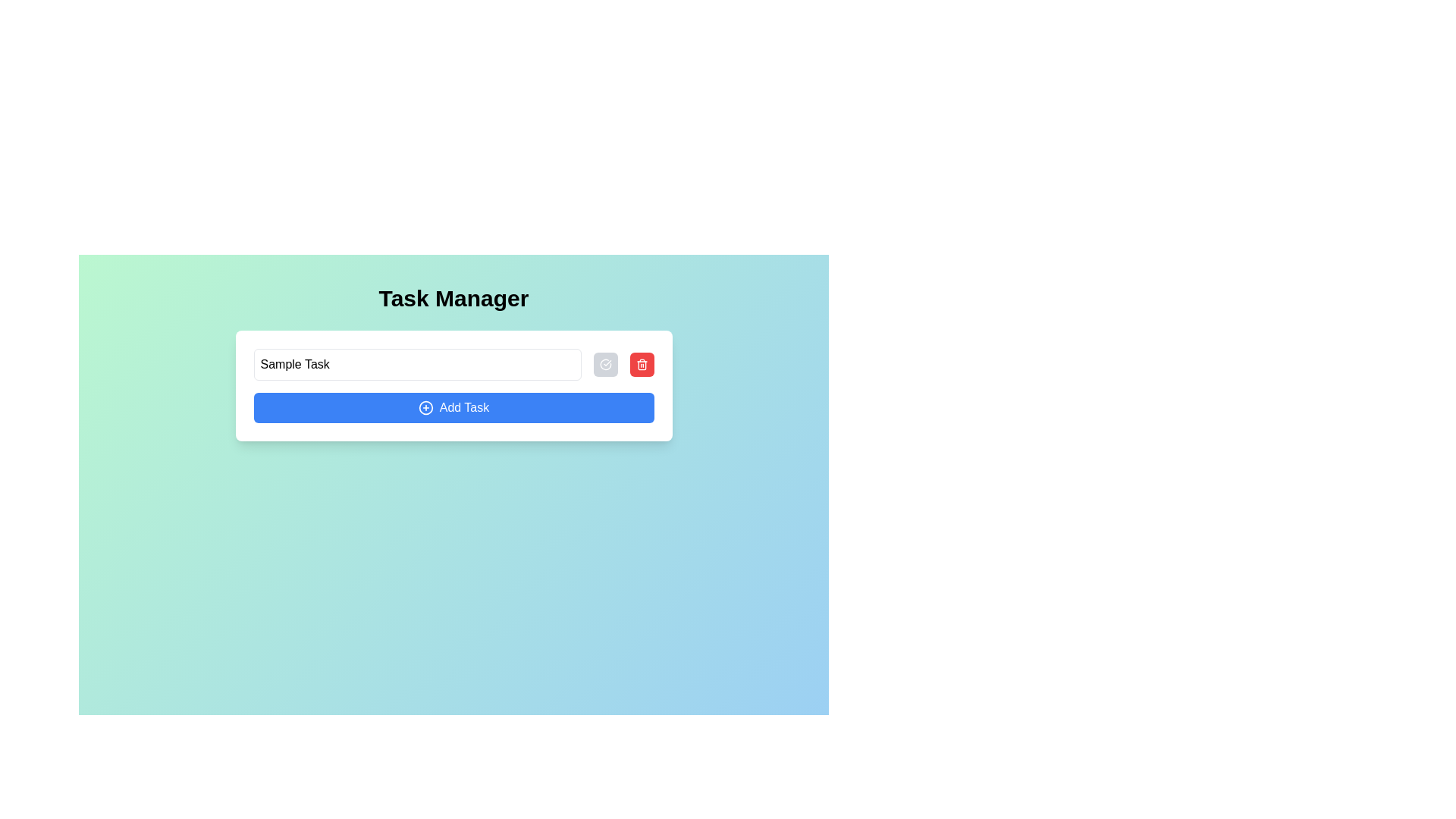 This screenshot has width=1456, height=819. I want to click on the blue rectangular button labeled 'Add Task' with a plus sign icon to observe the hover effects, so click(453, 406).